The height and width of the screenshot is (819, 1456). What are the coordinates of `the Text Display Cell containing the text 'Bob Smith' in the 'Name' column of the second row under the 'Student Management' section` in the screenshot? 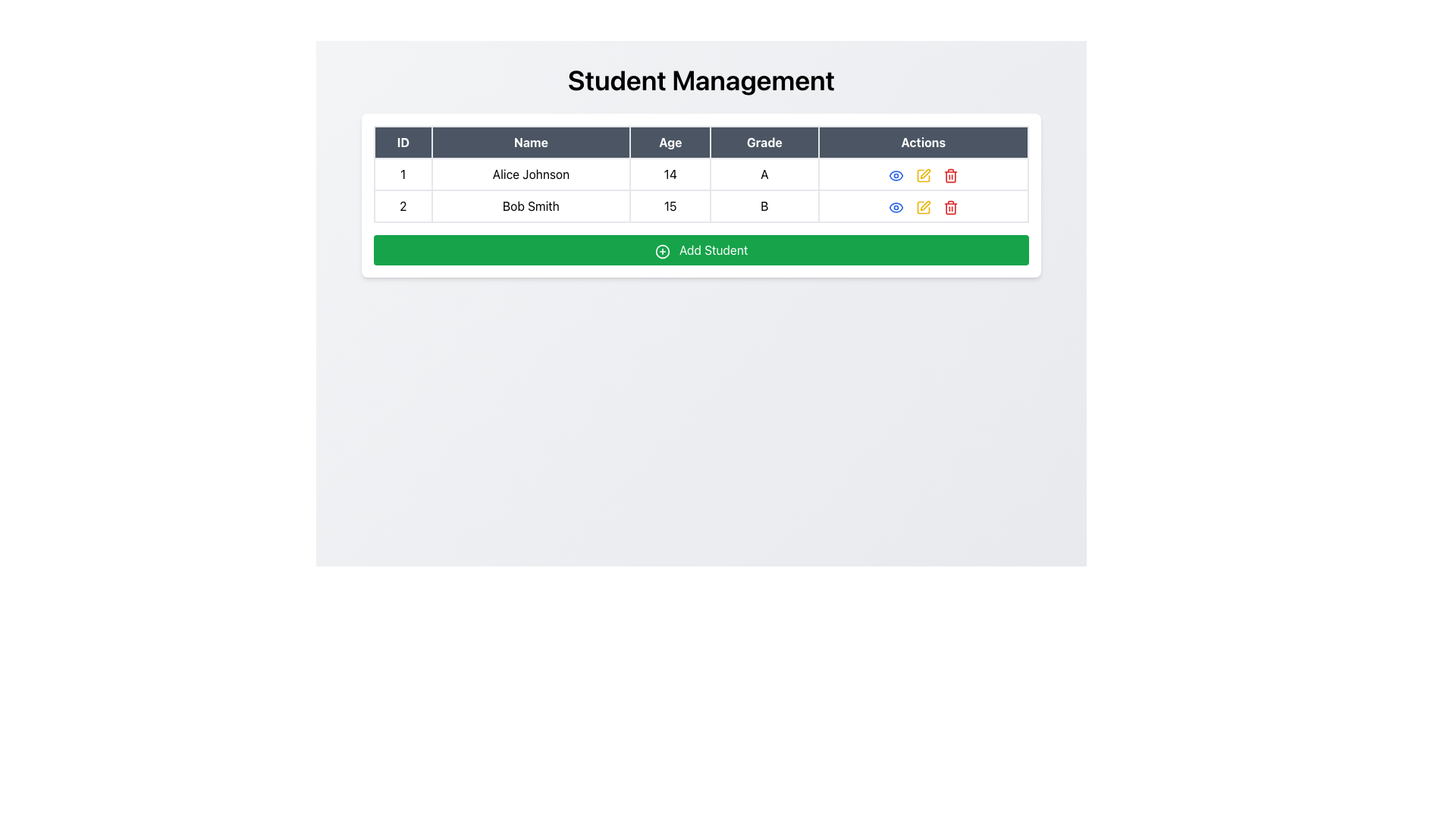 It's located at (531, 206).